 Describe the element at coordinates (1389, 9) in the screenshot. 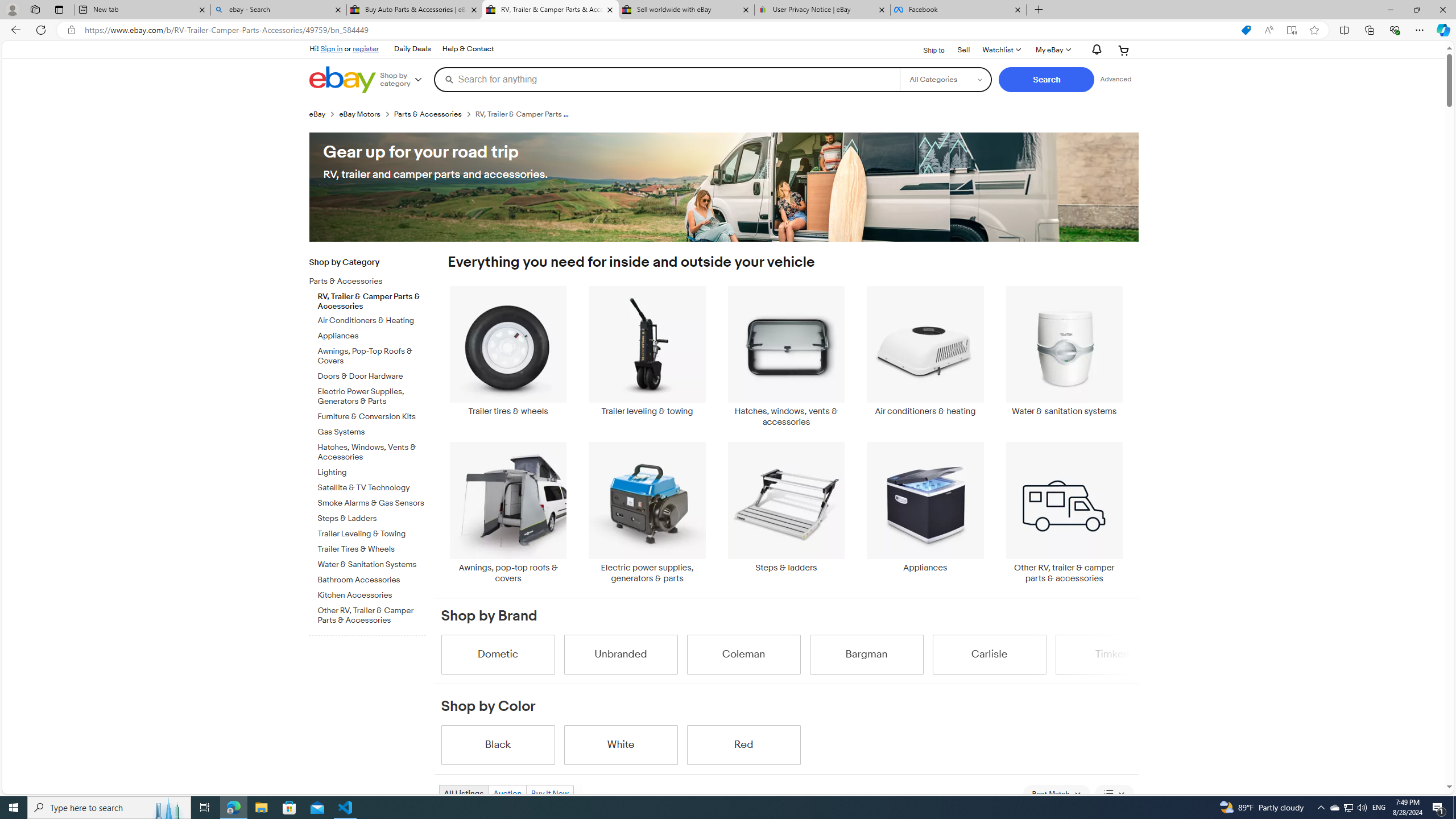

I see `'Minimize'` at that location.